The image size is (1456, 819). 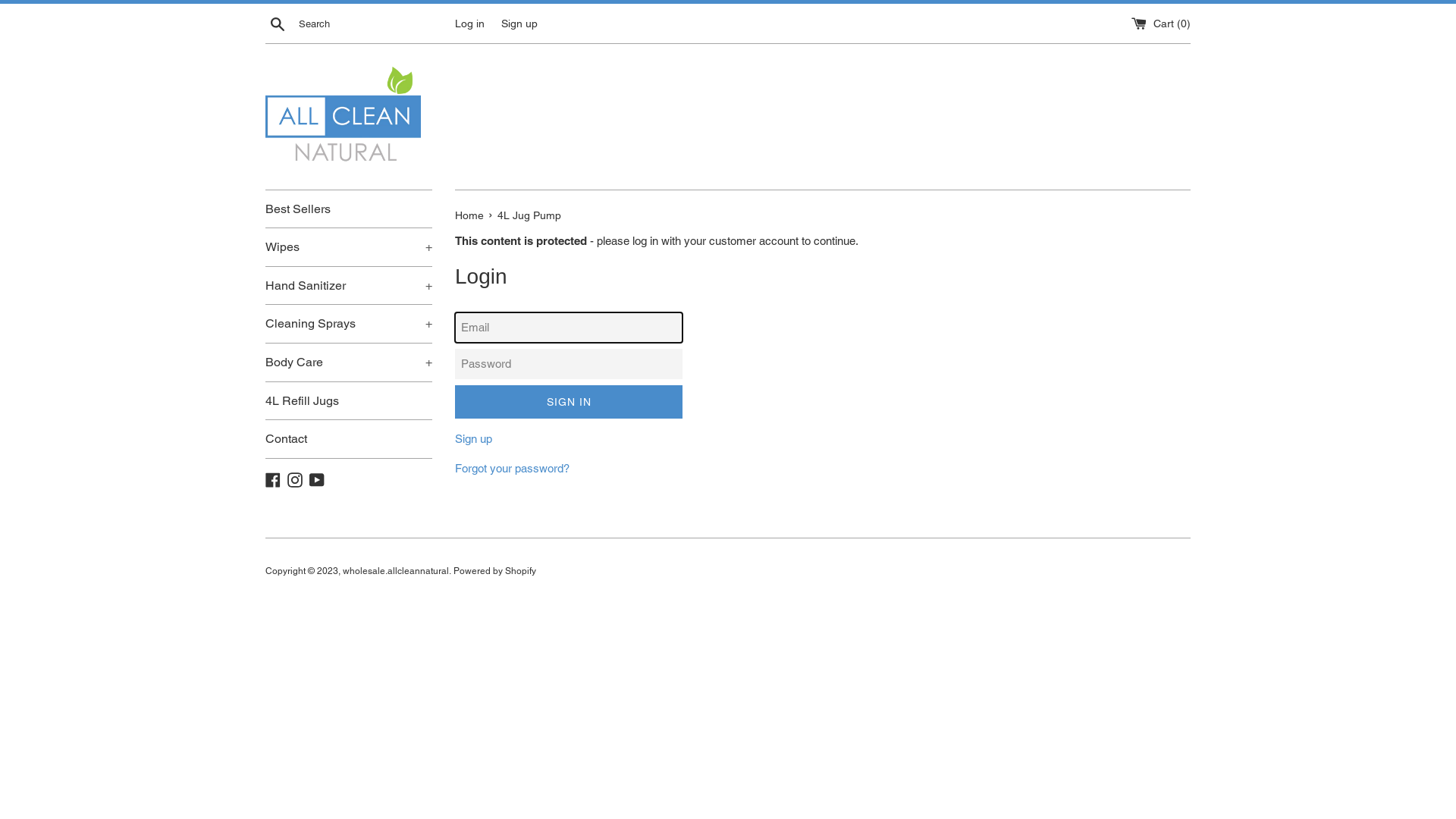 What do you see at coordinates (309, 479) in the screenshot?
I see `'YouTube'` at bounding box center [309, 479].